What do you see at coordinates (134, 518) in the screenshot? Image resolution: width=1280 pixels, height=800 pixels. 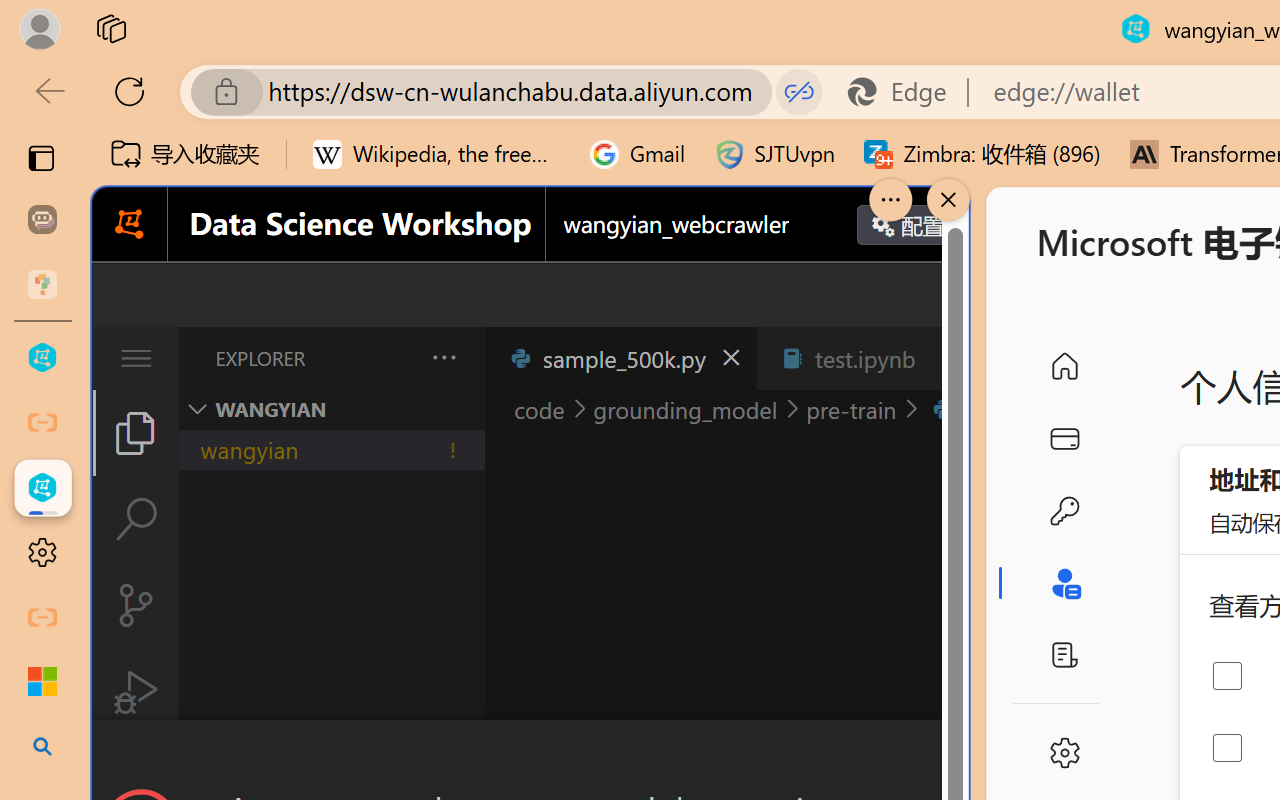 I see `'Search (Ctrl+Shift+F)'` at bounding box center [134, 518].